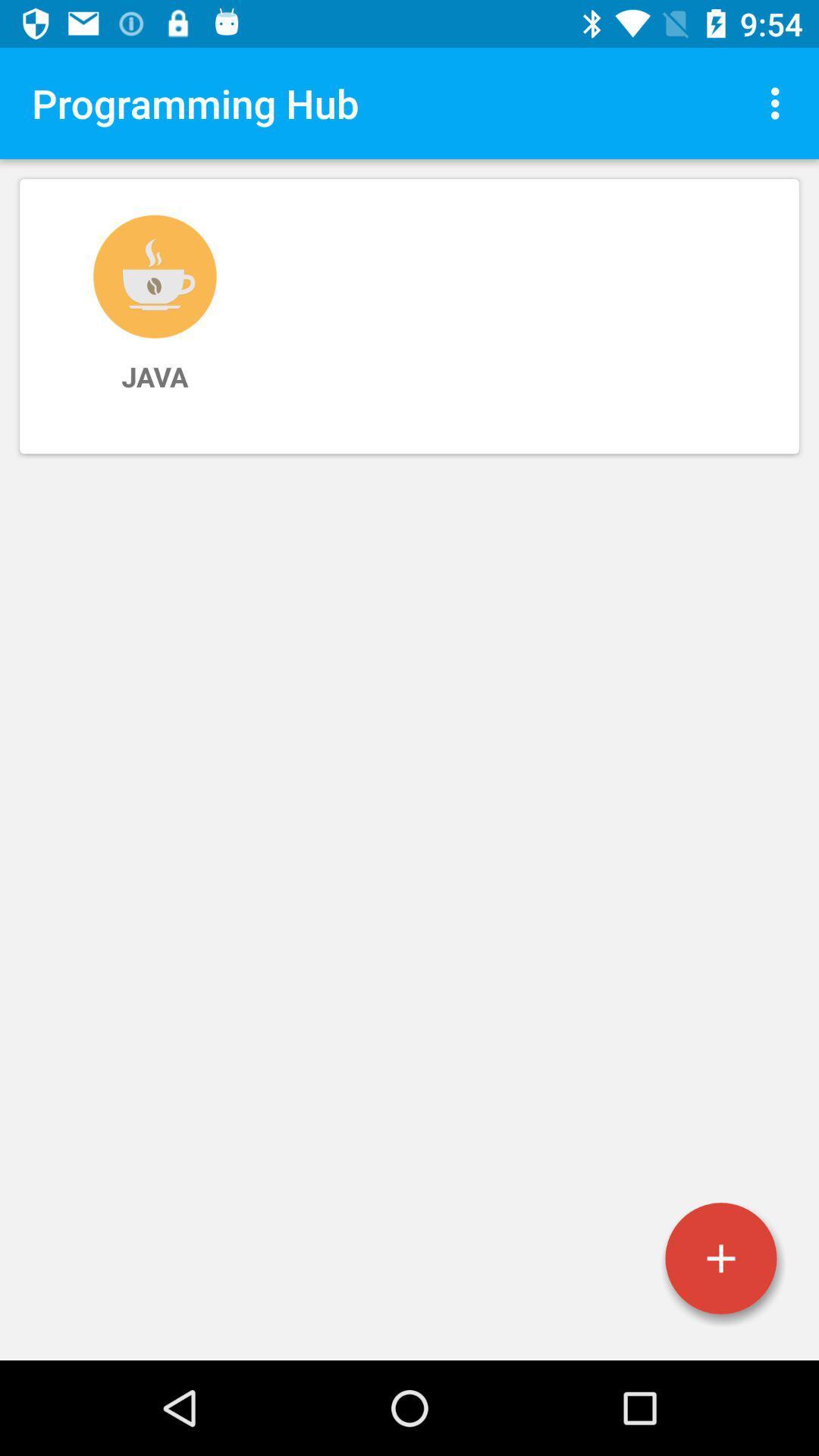  Describe the element at coordinates (720, 1258) in the screenshot. I see `the add icon` at that location.